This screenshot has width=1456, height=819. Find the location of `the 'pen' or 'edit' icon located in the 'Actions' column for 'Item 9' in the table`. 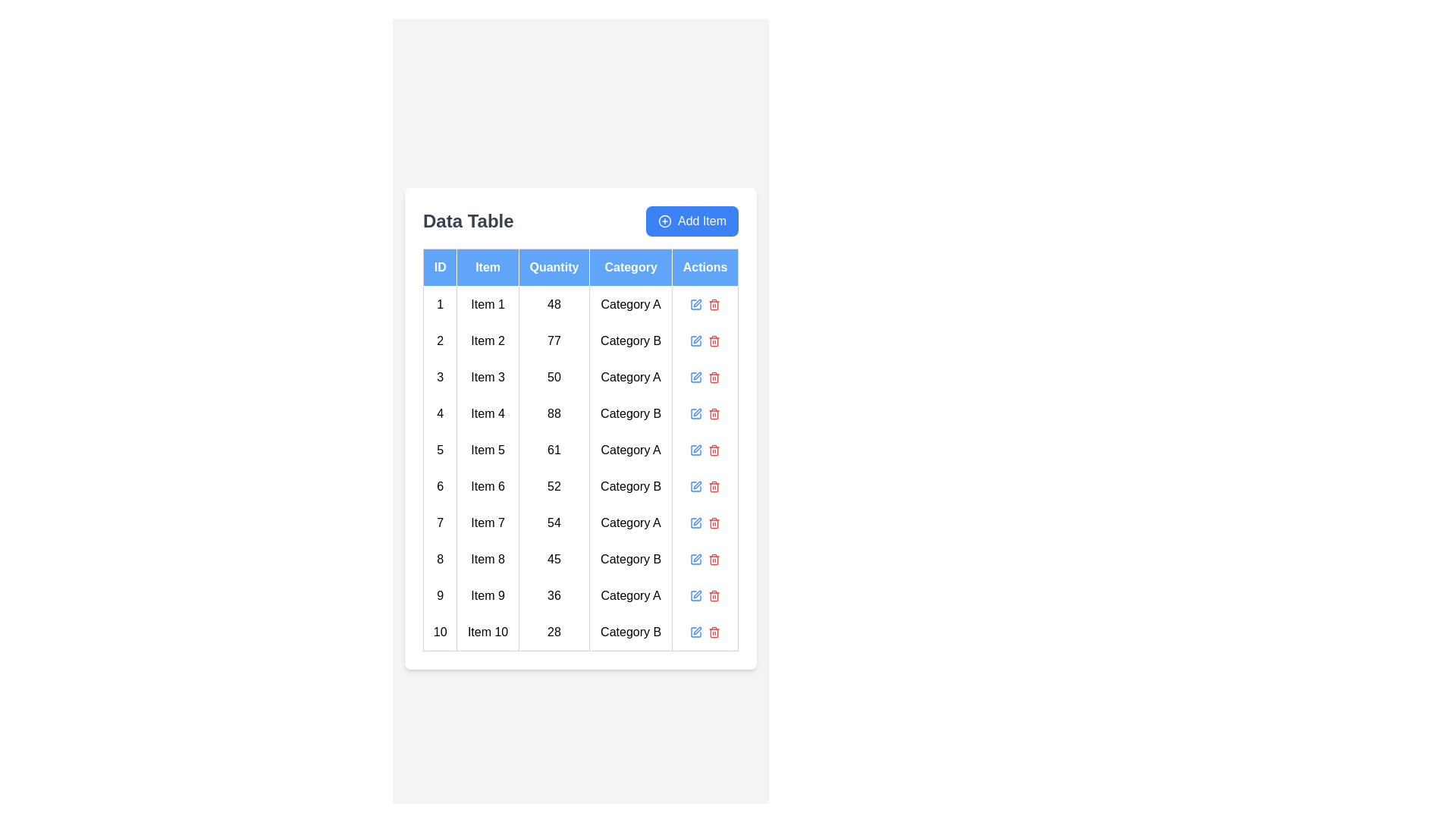

the 'pen' or 'edit' icon located in the 'Actions' column for 'Item 9' in the table is located at coordinates (695, 595).